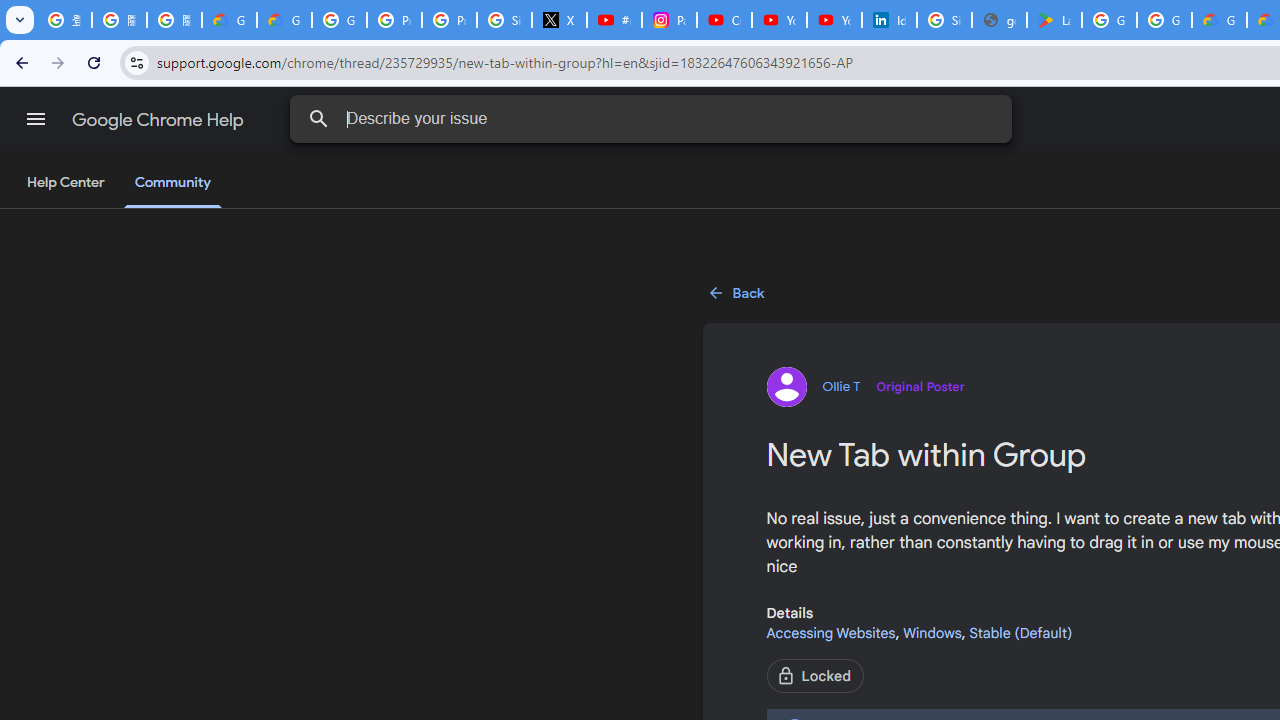 Image resolution: width=1280 pixels, height=720 pixels. Describe the element at coordinates (614, 20) in the screenshot. I see `'#nbabasketballhighlights - YouTube'` at that location.